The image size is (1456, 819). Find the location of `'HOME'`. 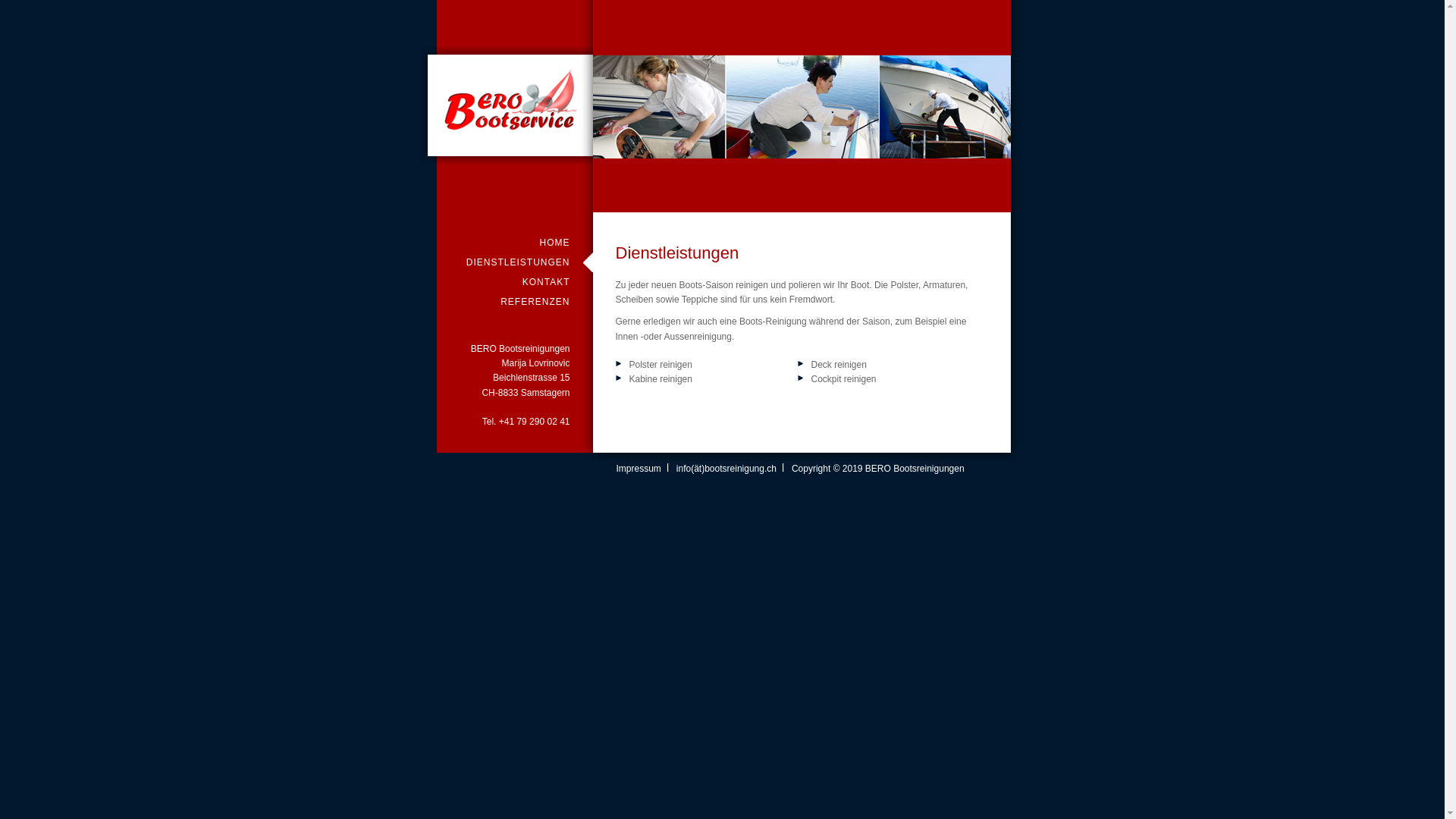

'HOME' is located at coordinates (436, 242).